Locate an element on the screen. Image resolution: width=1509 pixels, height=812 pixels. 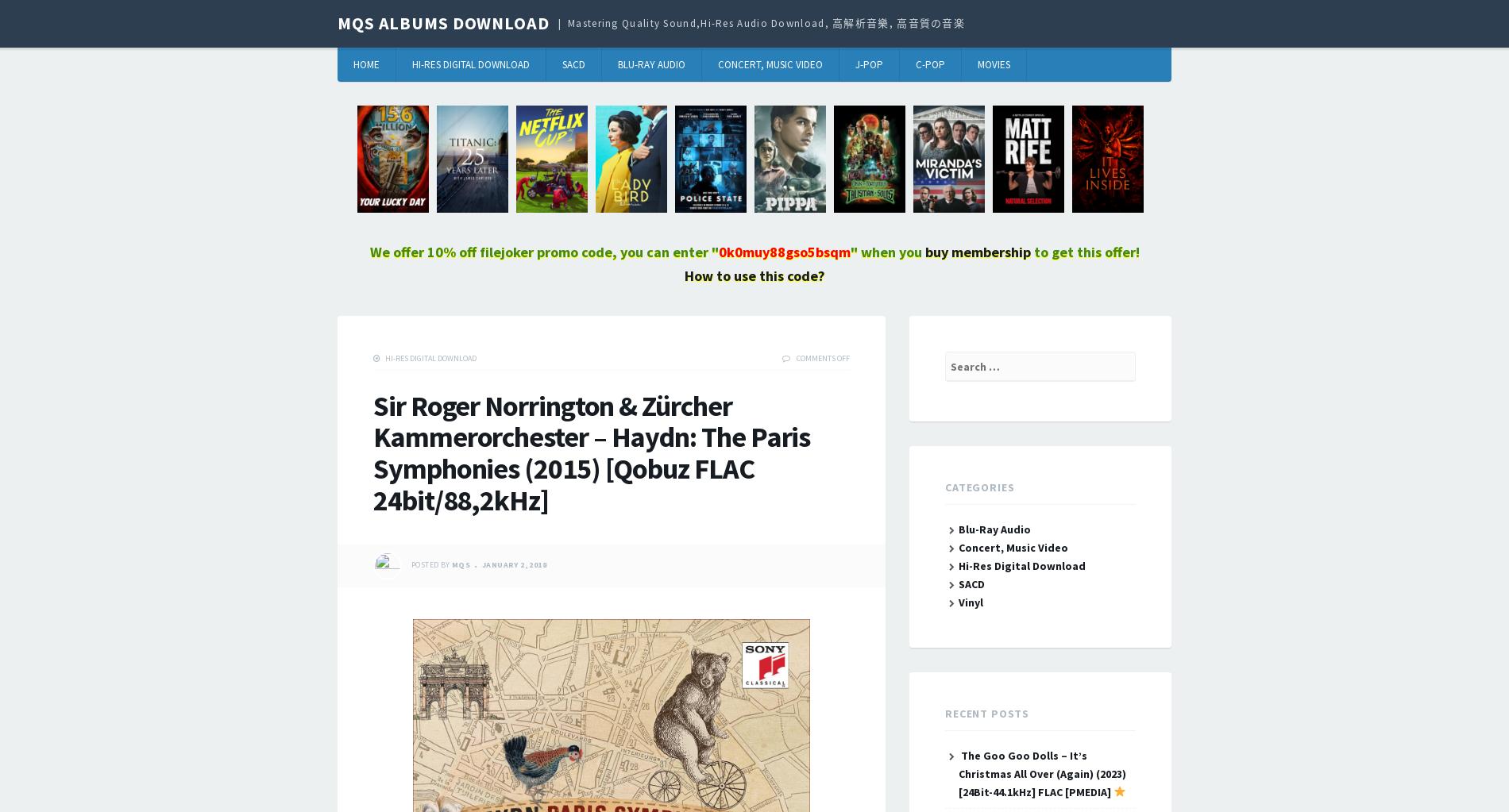
'Movies' is located at coordinates (993, 64).